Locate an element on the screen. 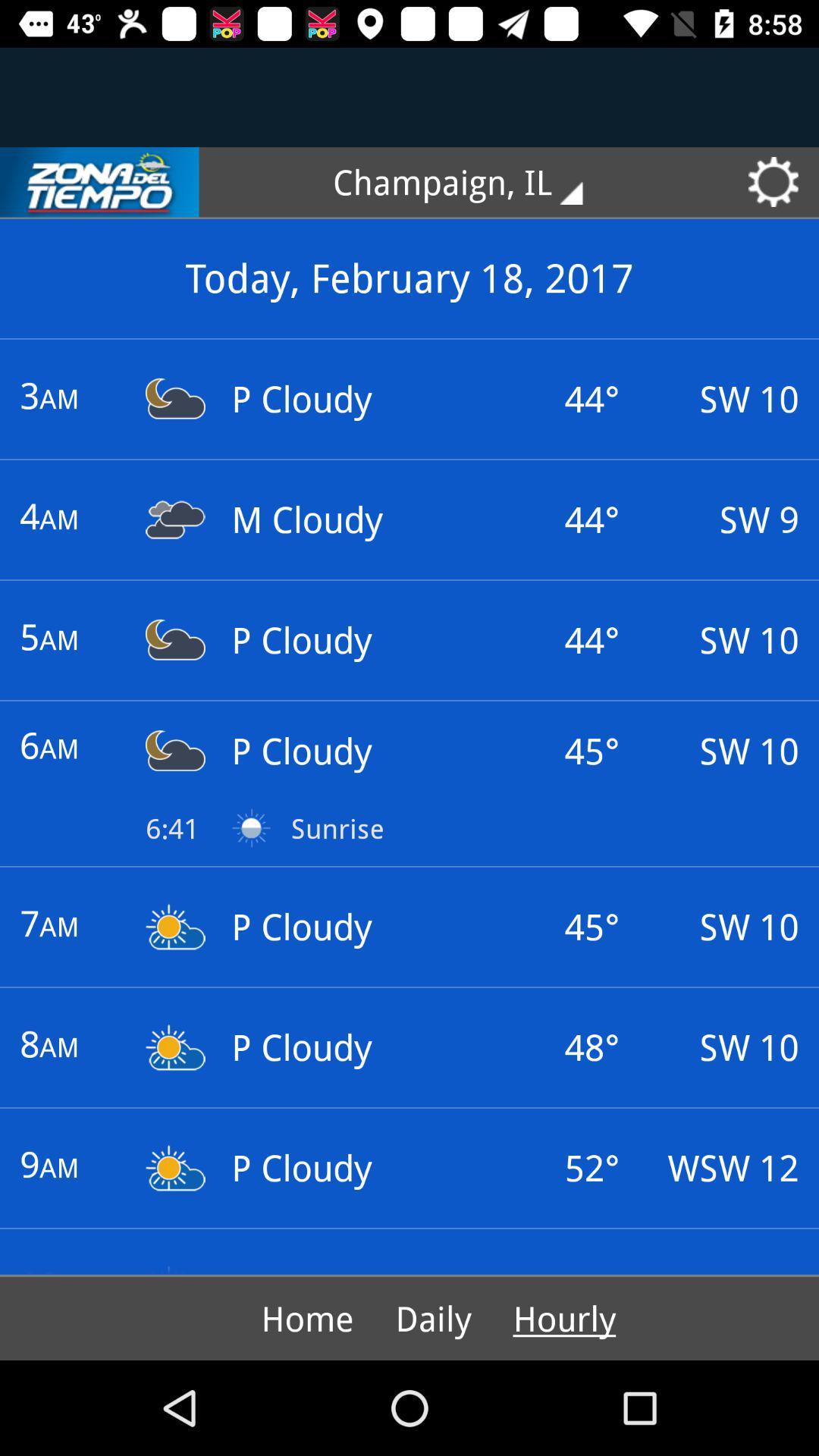 The image size is (819, 1456). the date_range icon is located at coordinates (99, 182).